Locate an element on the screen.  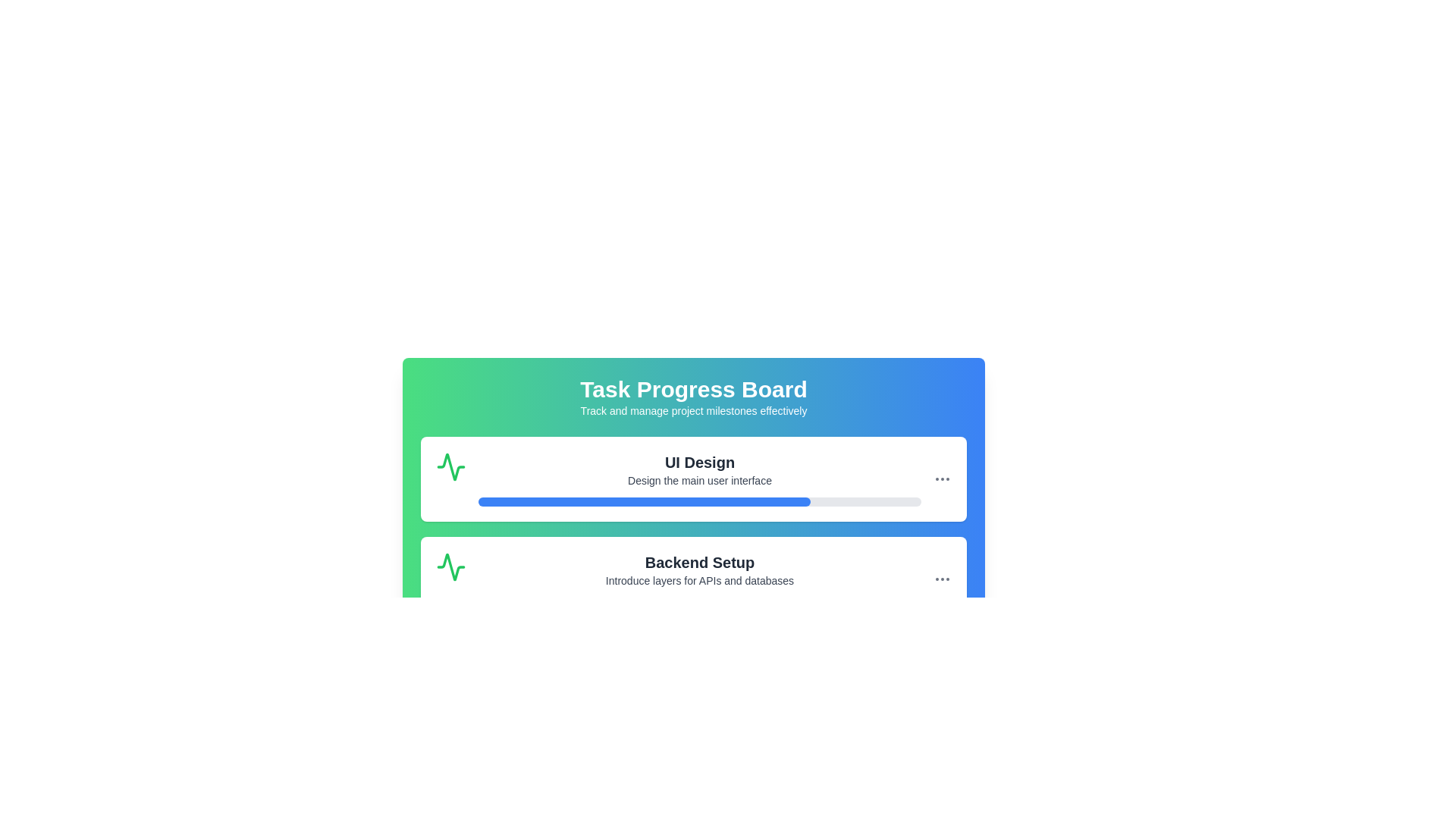
the three-dot menu icon located on the rightmost side of the 'UI Design' card in the 'Task Progress Board' interface is located at coordinates (942, 479).